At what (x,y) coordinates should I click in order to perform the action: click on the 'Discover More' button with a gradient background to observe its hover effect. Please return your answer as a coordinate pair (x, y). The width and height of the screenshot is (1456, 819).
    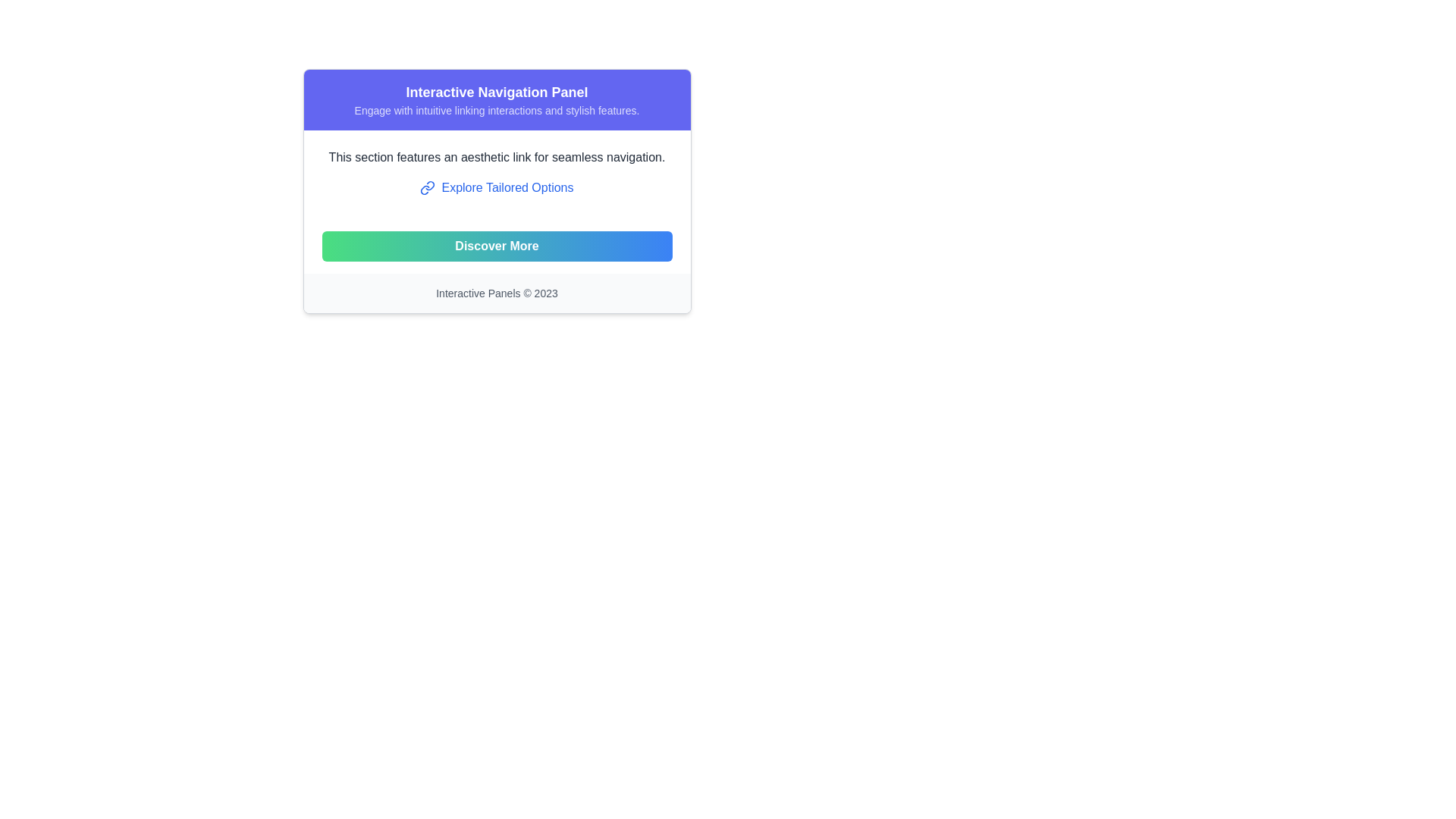
    Looking at the image, I should click on (497, 245).